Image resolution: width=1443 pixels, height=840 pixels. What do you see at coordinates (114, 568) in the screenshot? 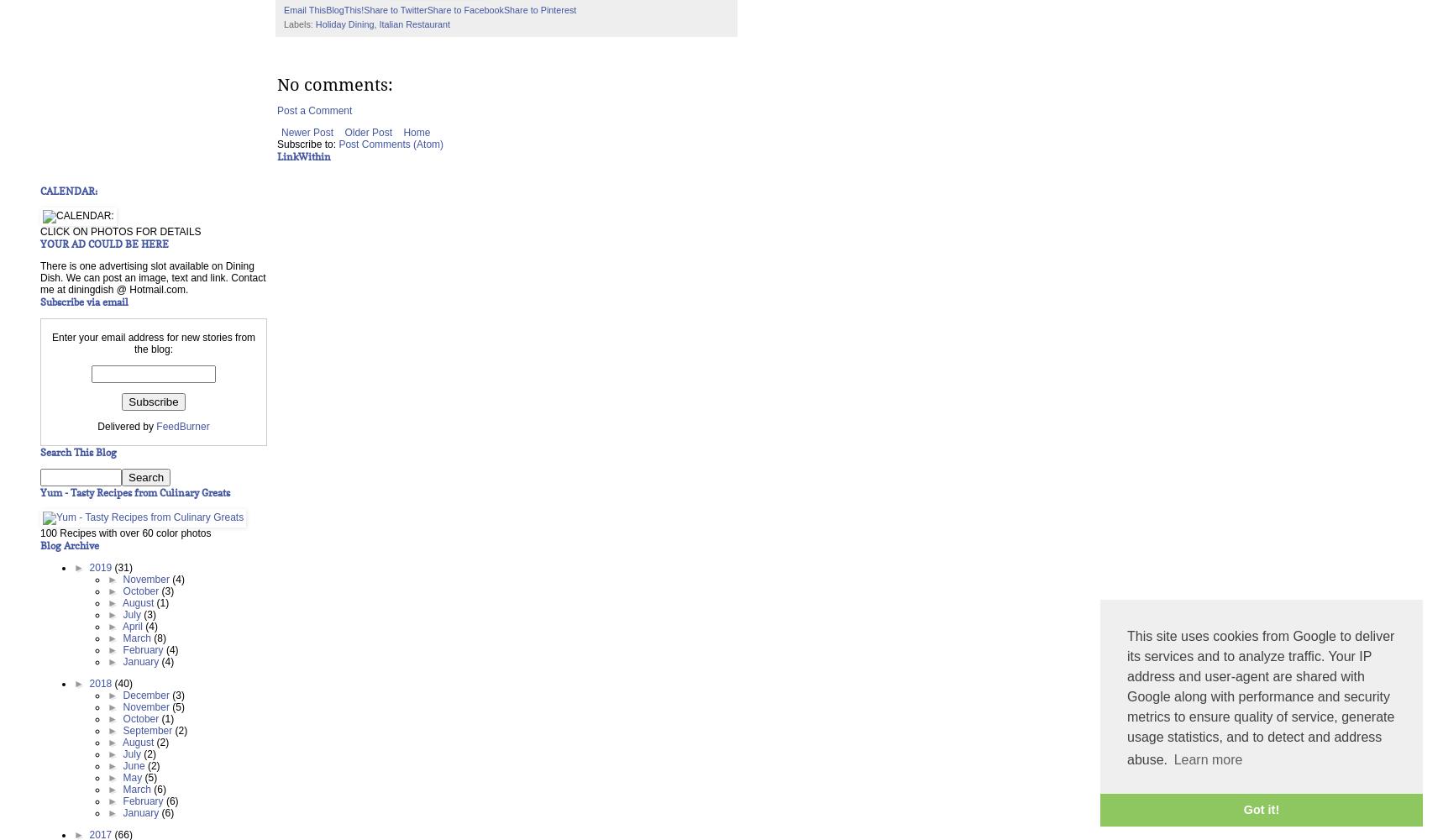
I see `'(31)'` at bounding box center [114, 568].